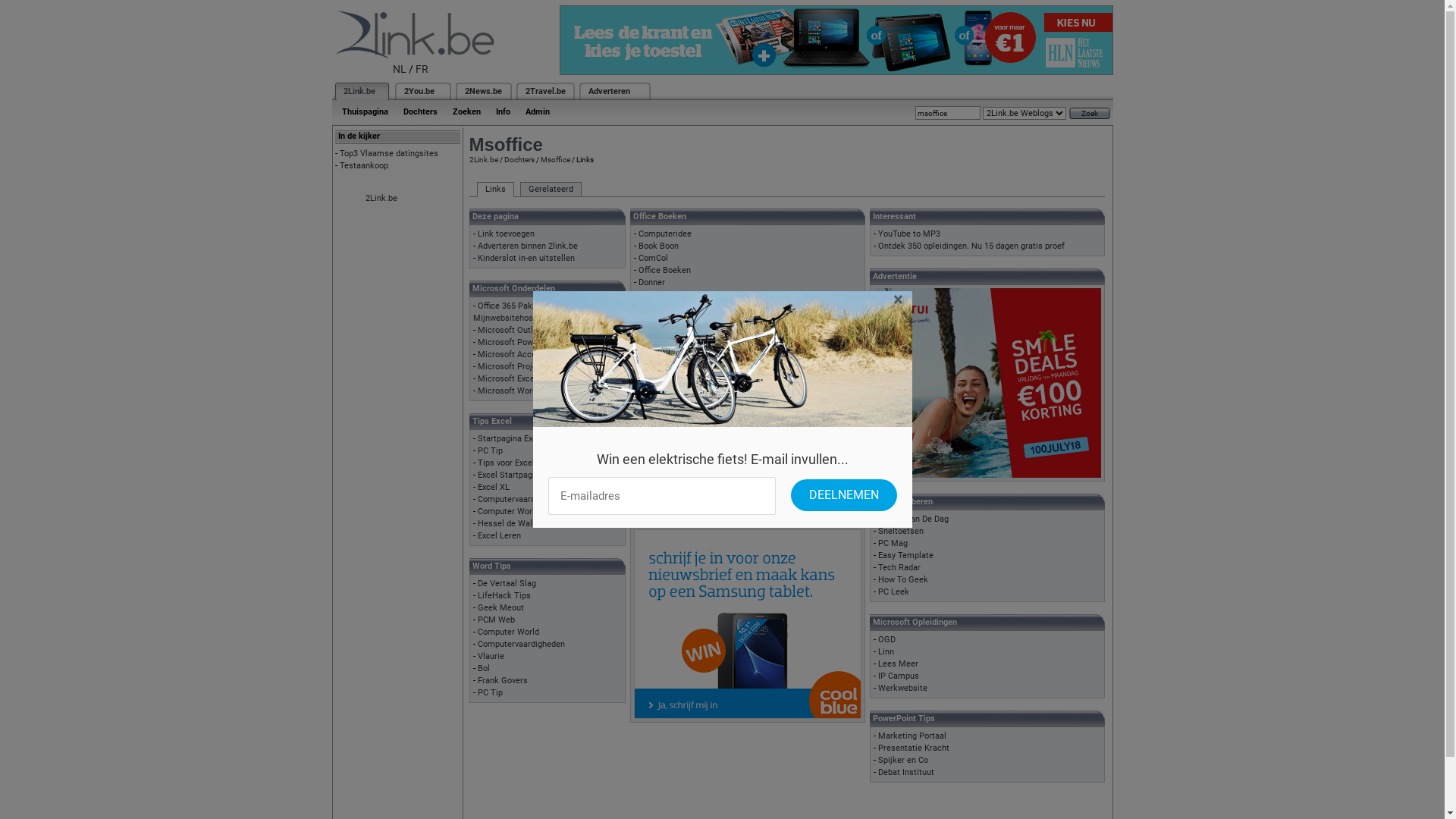 The height and width of the screenshot is (819, 1456). What do you see at coordinates (482, 91) in the screenshot?
I see `'2News.be'` at bounding box center [482, 91].